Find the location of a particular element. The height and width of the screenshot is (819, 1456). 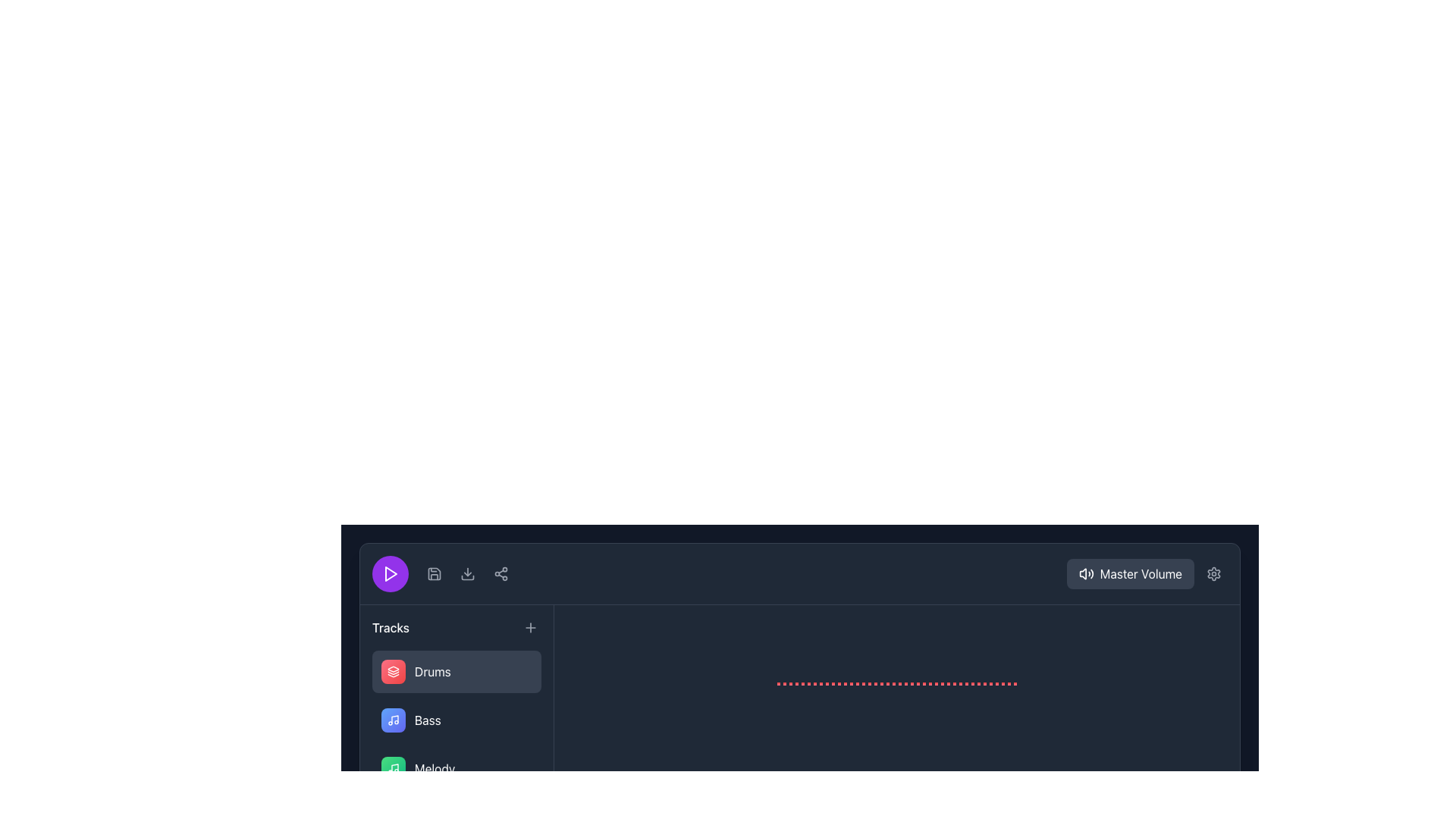

the share button, which is the third button from the left in a row of interactive elements at the top-right corner of the interface, featuring a rounded gray background and a light gray share icon is located at coordinates (501, 573).